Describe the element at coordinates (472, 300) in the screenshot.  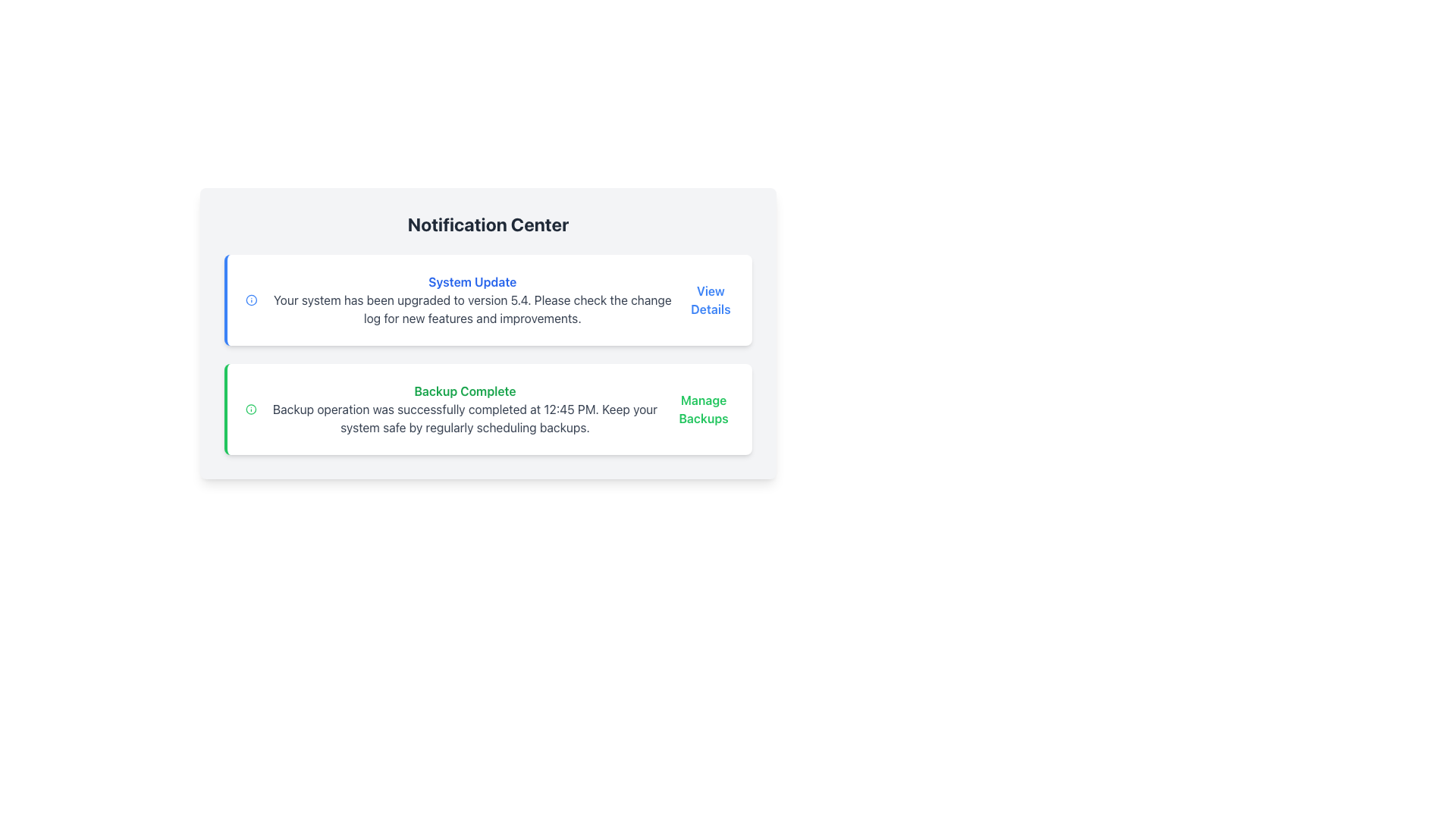
I see `text displayed in the notification card titled 'System Update', which includes details about the system upgrade to version 5.4` at that location.